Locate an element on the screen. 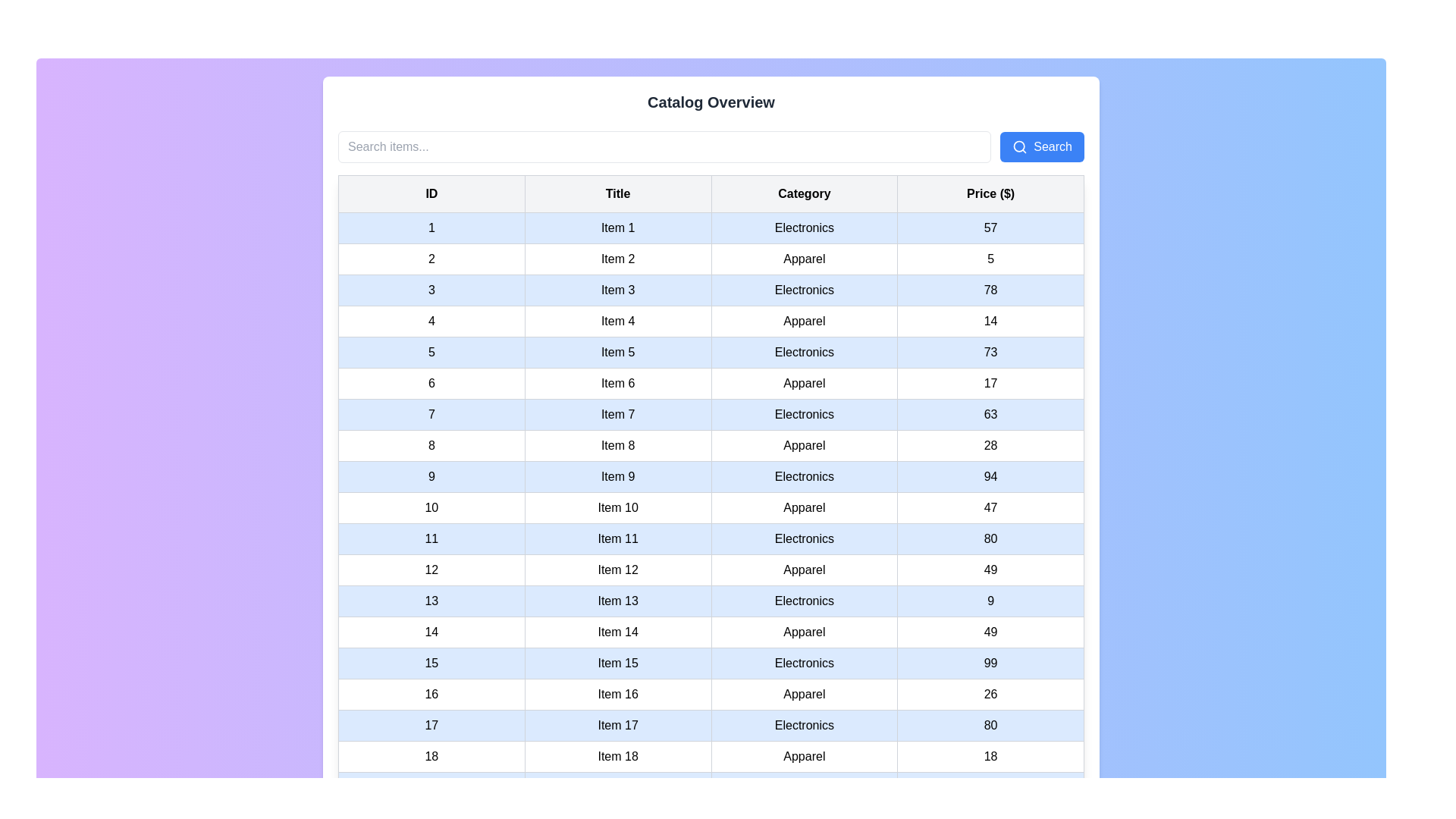 This screenshot has height=819, width=1456. the table cell containing the title 'Item 11', which is the second cell in the eleventh row under the 'Title' column is located at coordinates (618, 538).